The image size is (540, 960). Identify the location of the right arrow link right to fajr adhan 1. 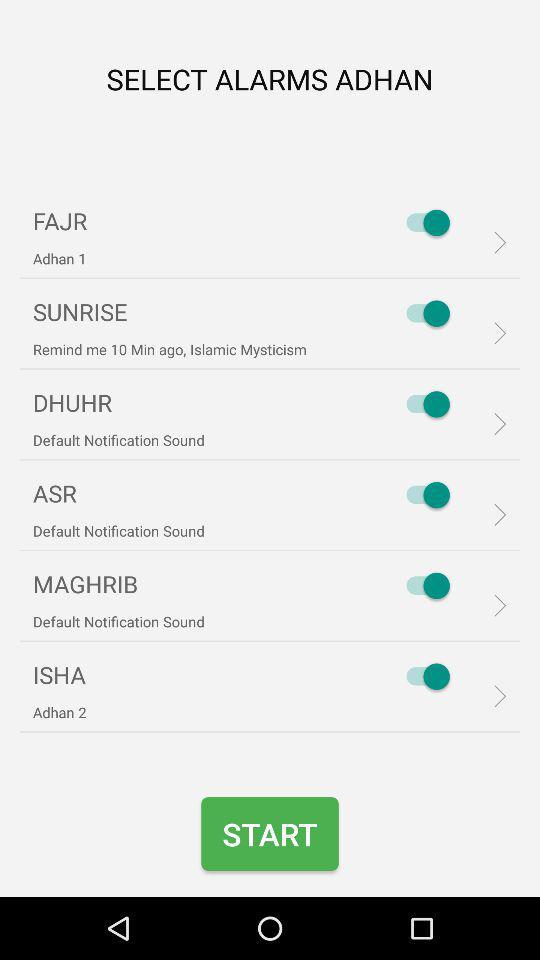
(492, 241).